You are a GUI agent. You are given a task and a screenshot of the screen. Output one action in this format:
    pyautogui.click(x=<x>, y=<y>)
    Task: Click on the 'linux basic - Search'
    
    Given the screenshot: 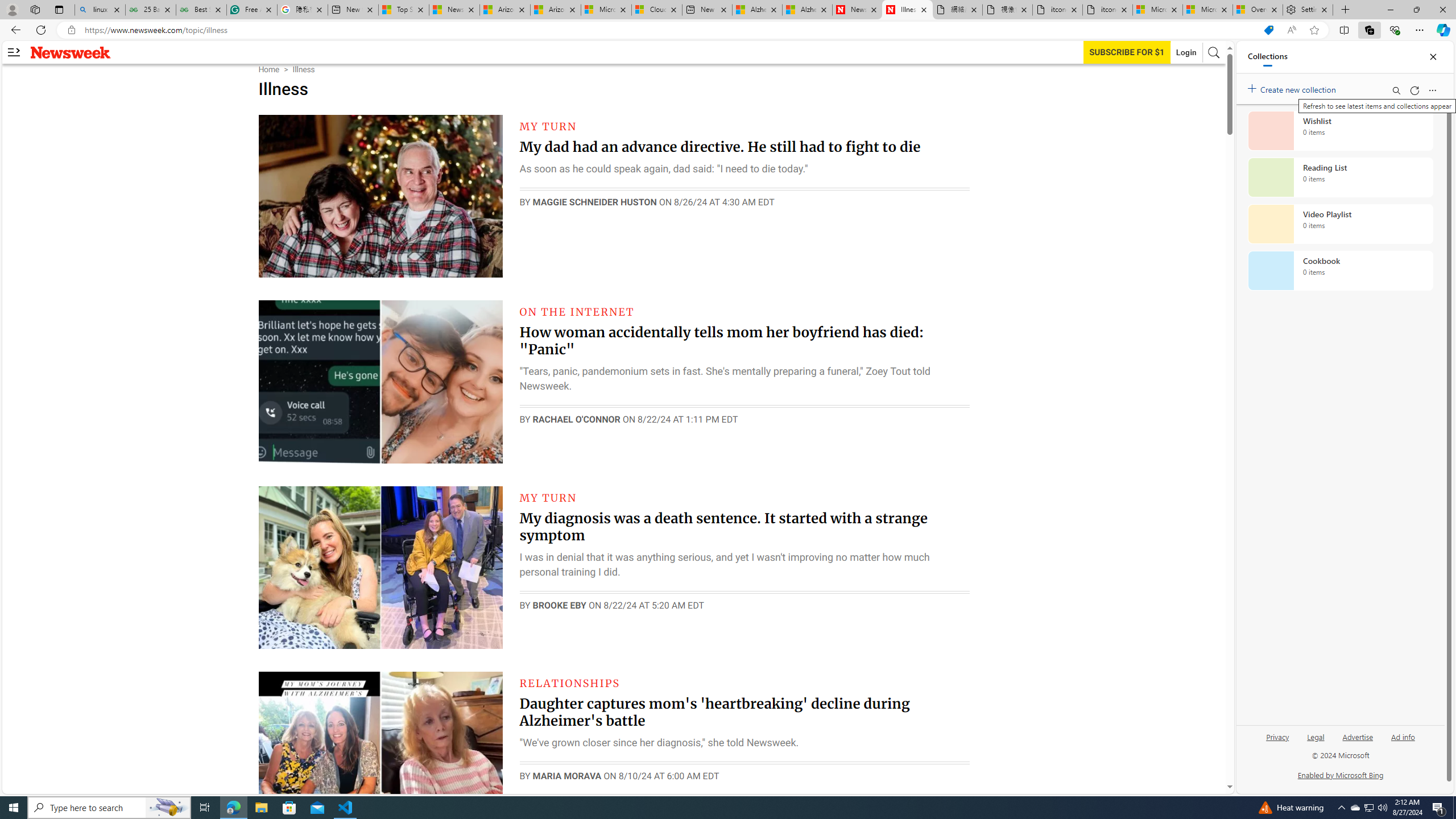 What is the action you would take?
    pyautogui.click(x=100, y=9)
    